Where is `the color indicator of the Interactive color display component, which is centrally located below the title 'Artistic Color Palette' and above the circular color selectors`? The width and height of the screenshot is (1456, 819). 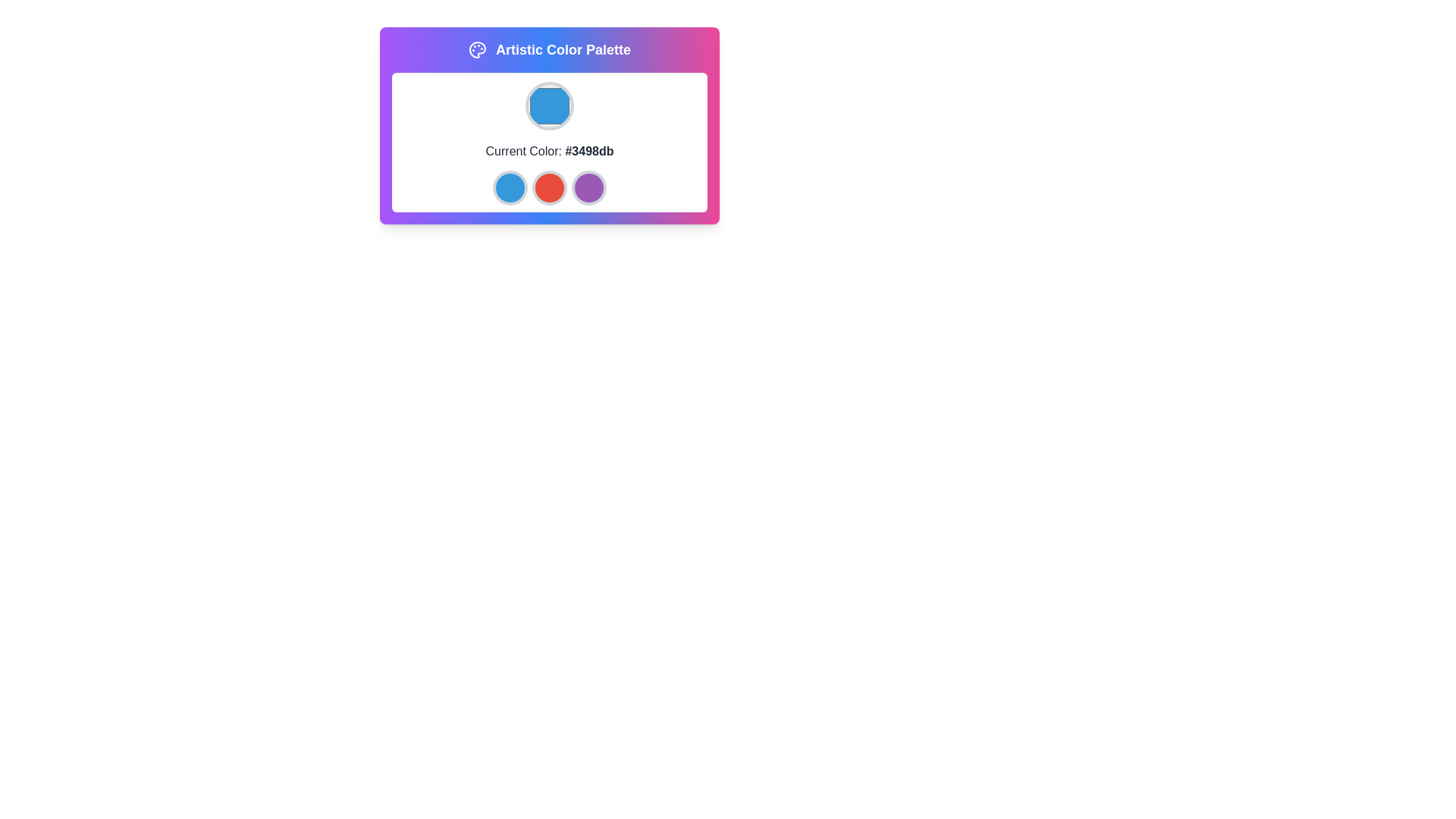
the color indicator of the Interactive color display component, which is centrally located below the title 'Artistic Color Palette' and above the circular color selectors is located at coordinates (548, 124).